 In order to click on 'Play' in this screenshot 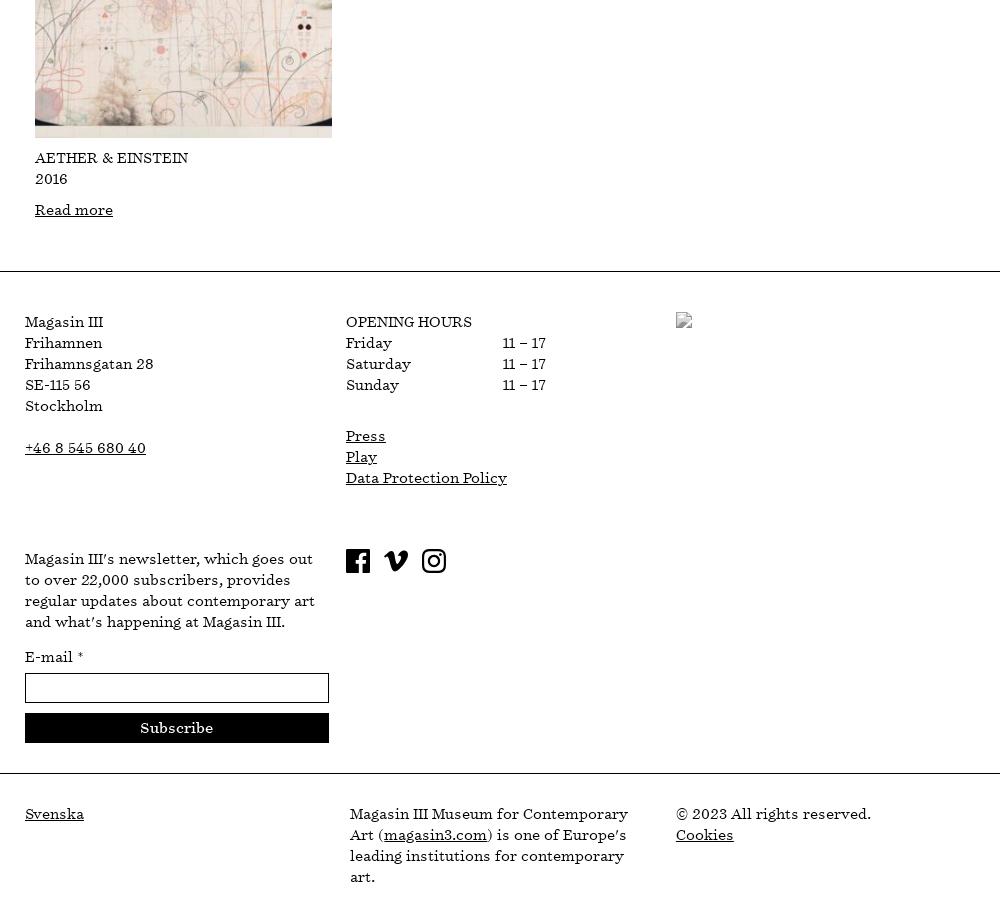, I will do `click(359, 456)`.